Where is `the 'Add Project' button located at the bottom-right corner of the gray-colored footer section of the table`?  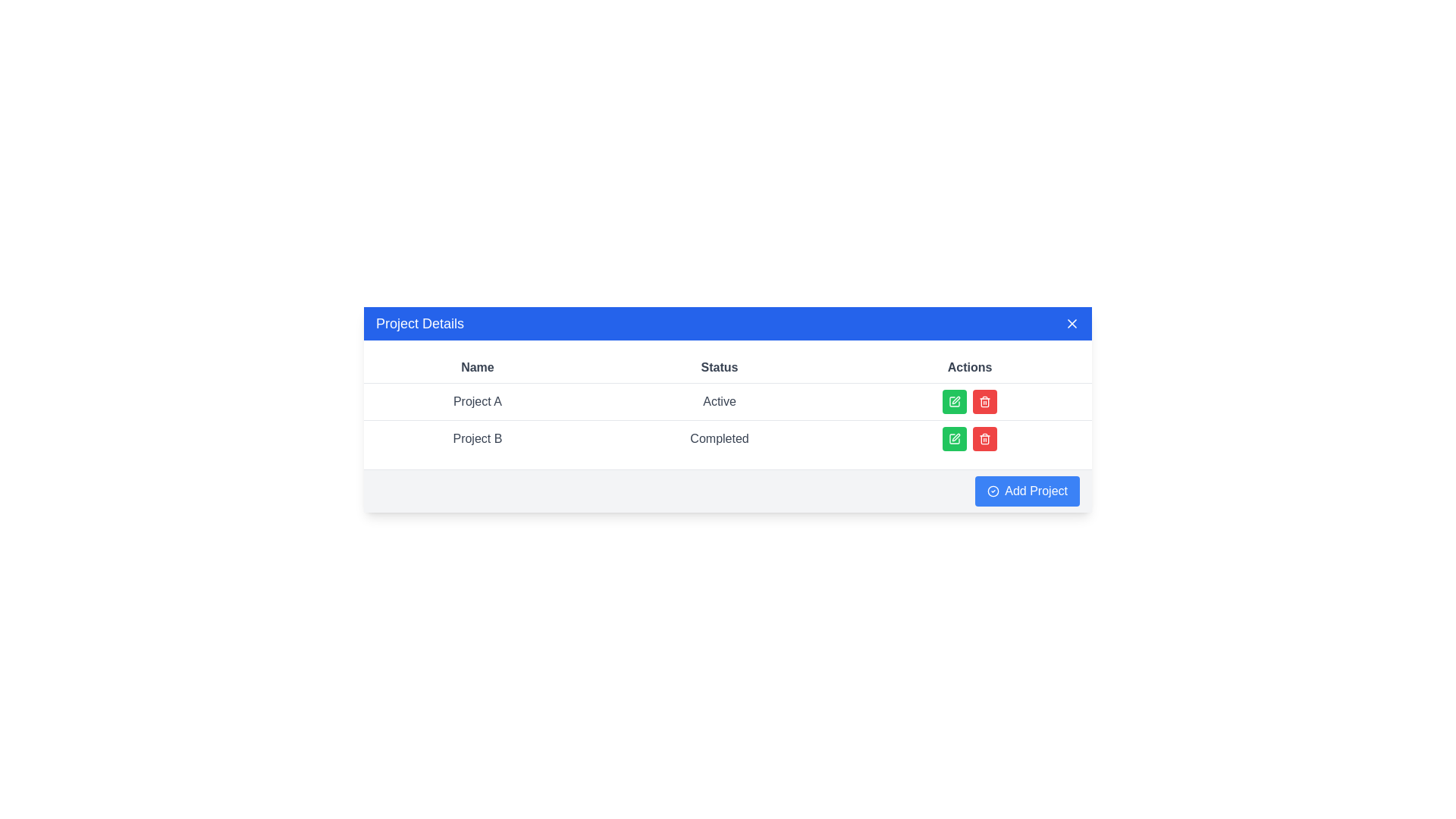 the 'Add Project' button located at the bottom-right corner of the gray-colored footer section of the table is located at coordinates (1027, 491).